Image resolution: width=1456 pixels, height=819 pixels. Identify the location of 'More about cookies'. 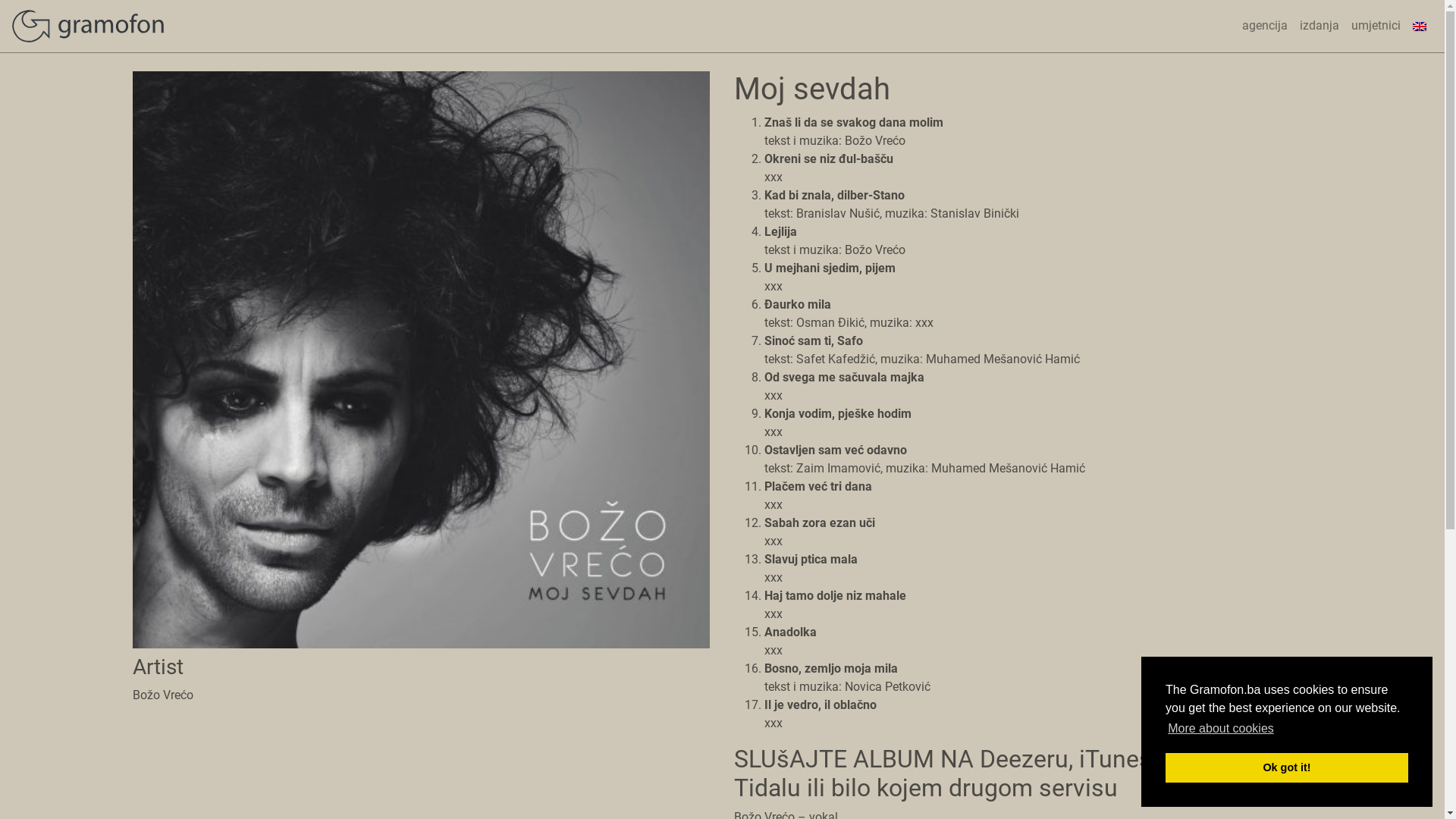
(1220, 727).